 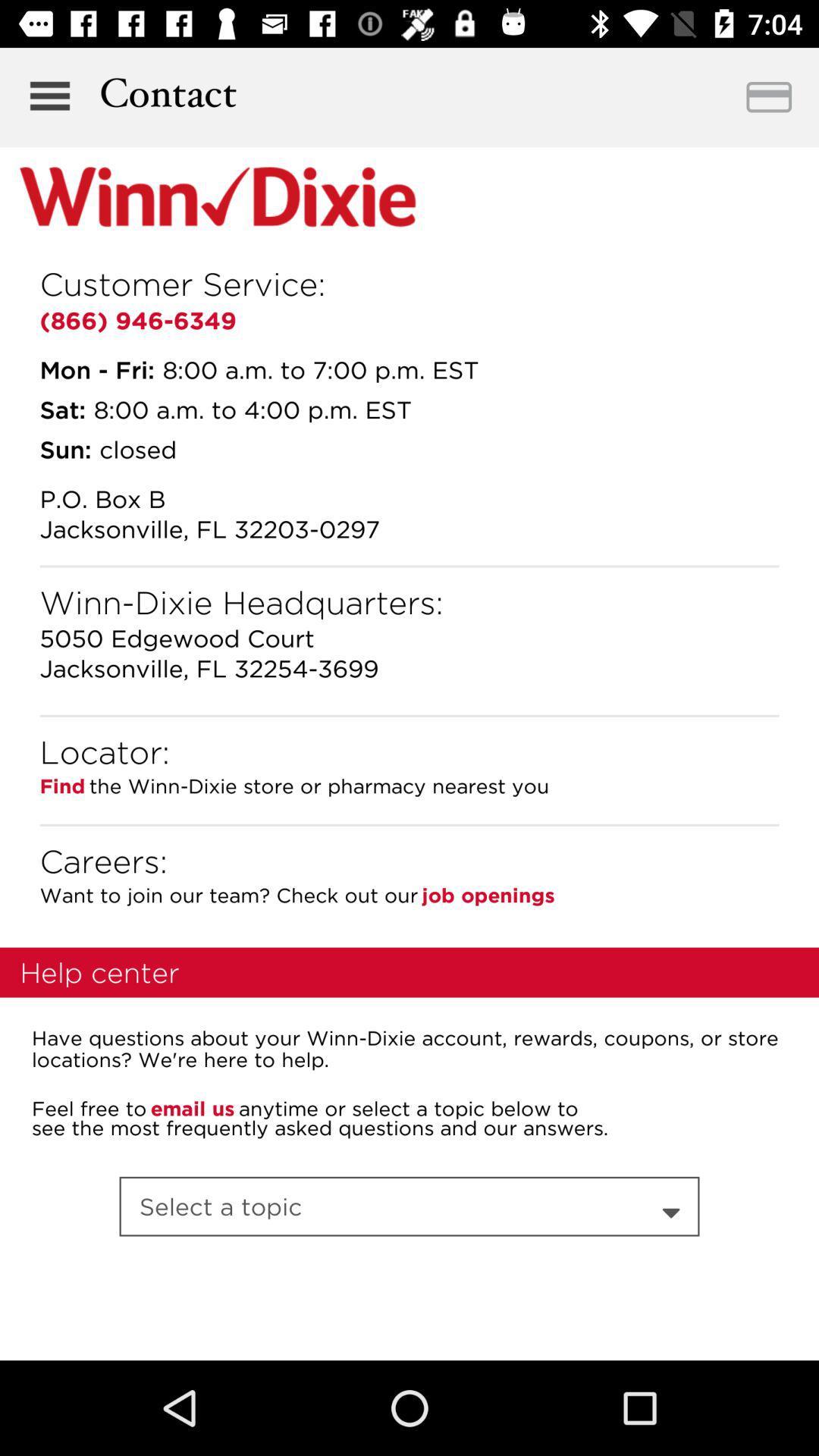 I want to click on icon below the mon - fri:, so click(x=61, y=409).